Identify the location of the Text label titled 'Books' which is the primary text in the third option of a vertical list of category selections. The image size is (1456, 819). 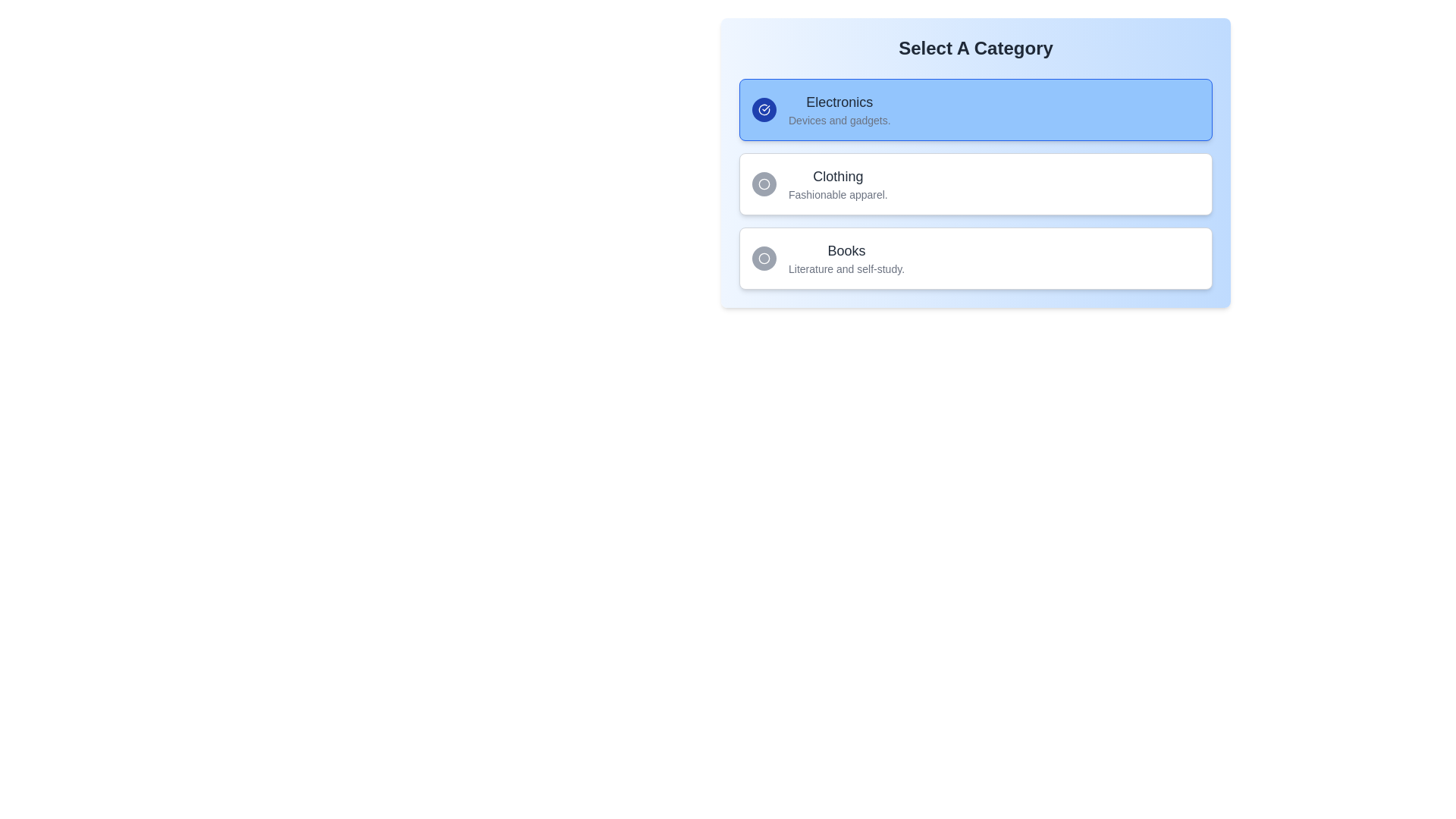
(846, 257).